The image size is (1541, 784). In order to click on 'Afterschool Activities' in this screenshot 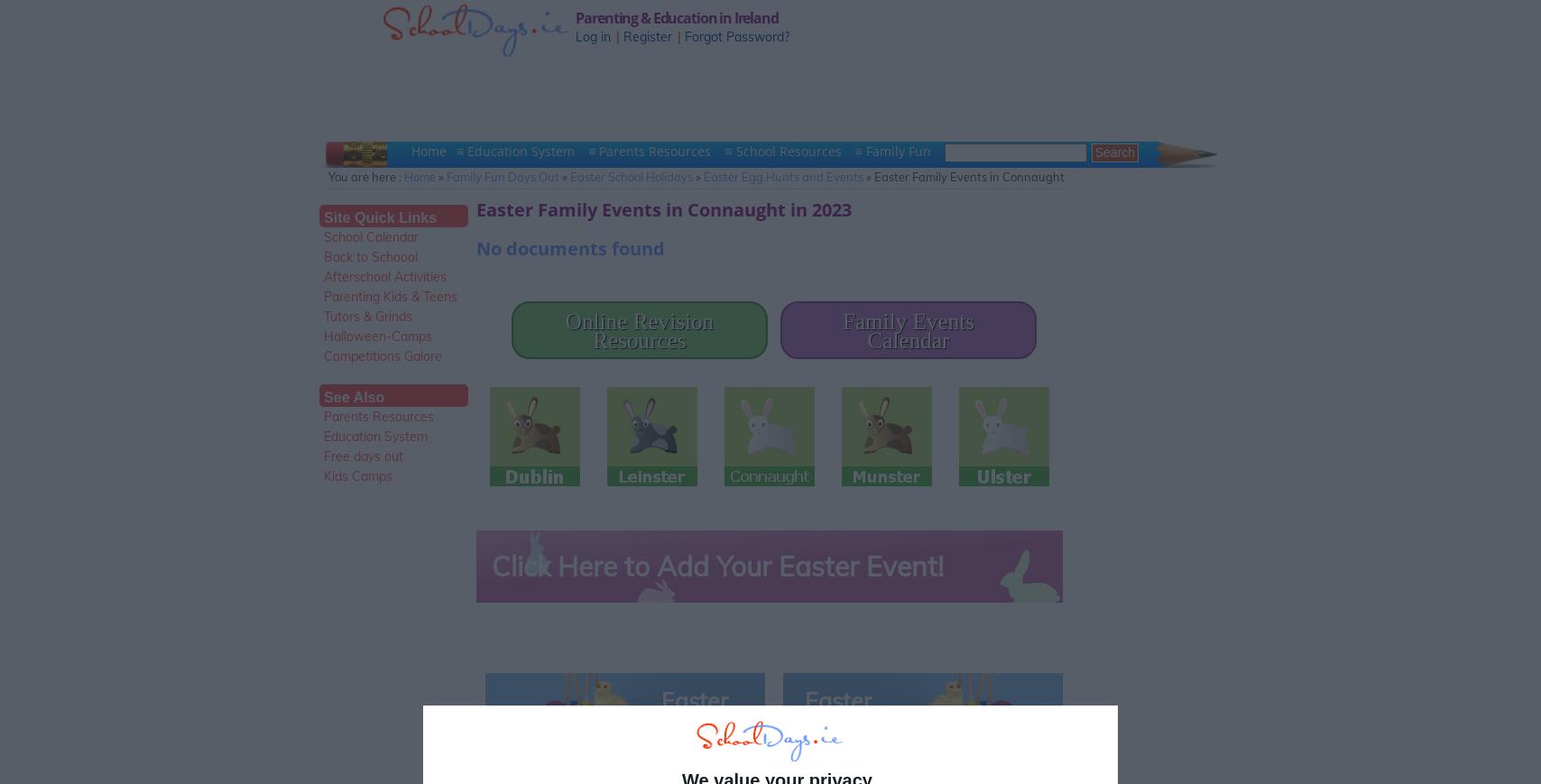, I will do `click(385, 276)`.